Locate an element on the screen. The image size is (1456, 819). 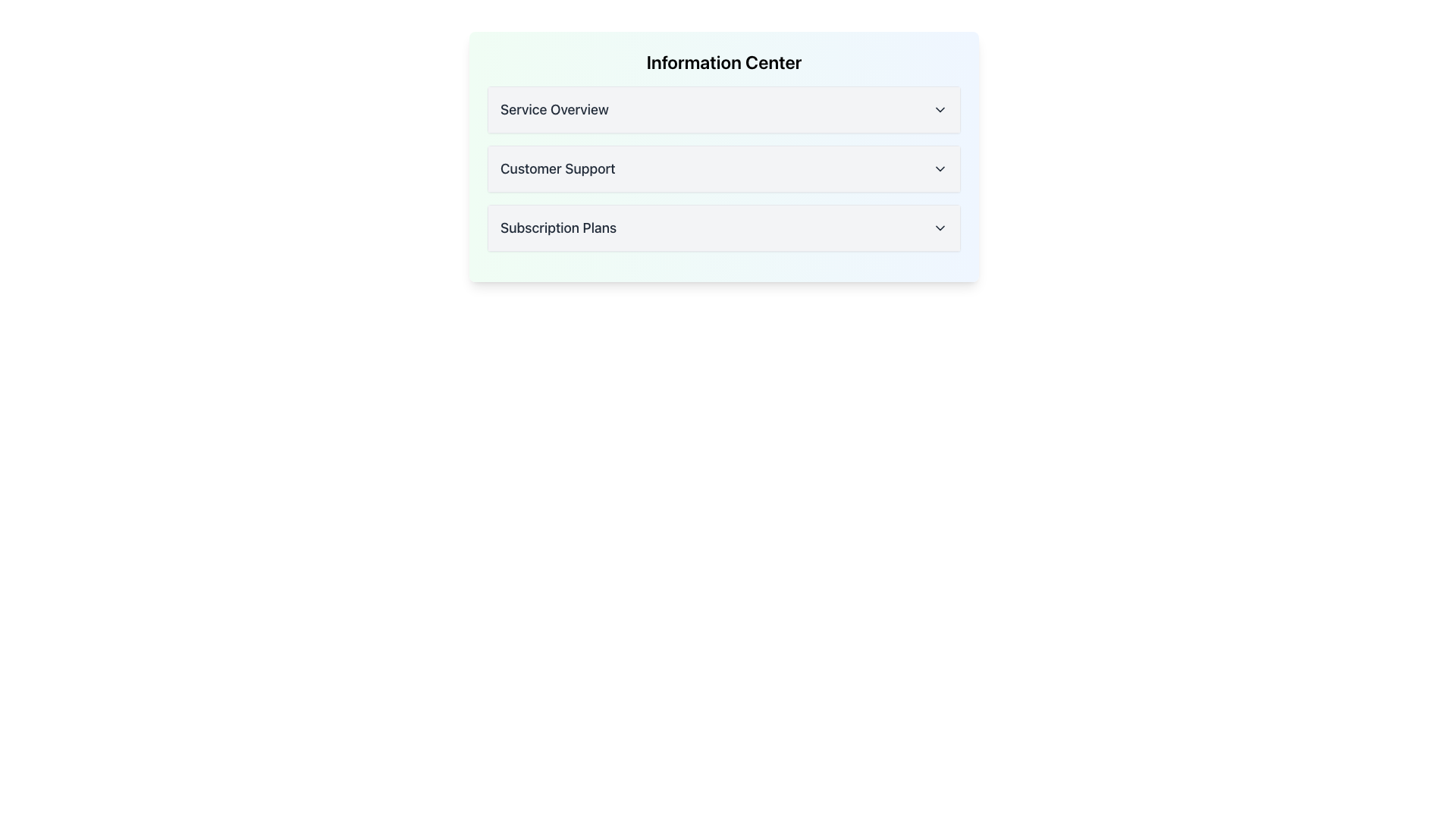
the 'Subscription Plans' toggle button in the 'Information Center' to navigate is located at coordinates (723, 227).